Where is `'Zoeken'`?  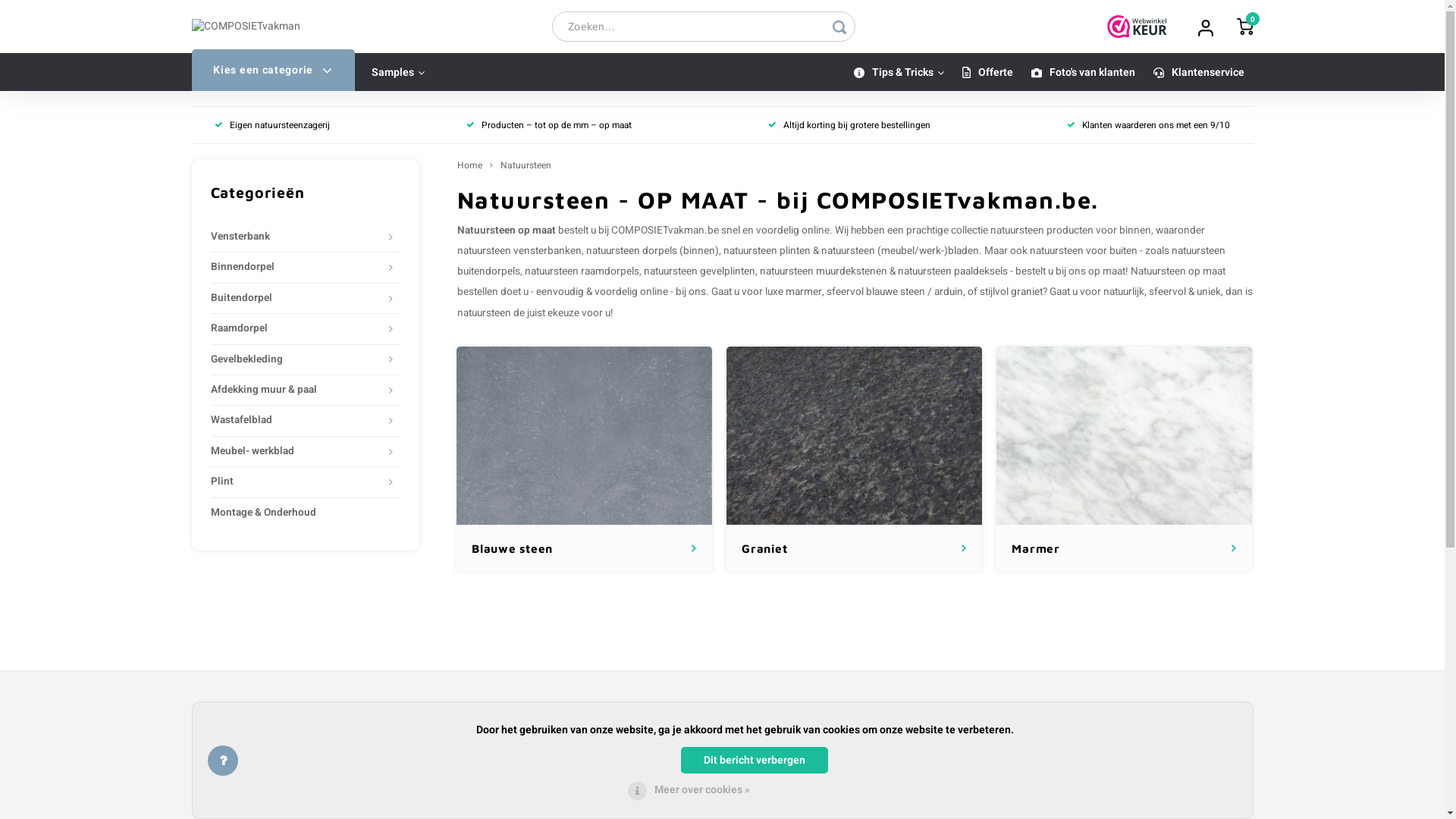 'Zoeken' is located at coordinates (822, 27).